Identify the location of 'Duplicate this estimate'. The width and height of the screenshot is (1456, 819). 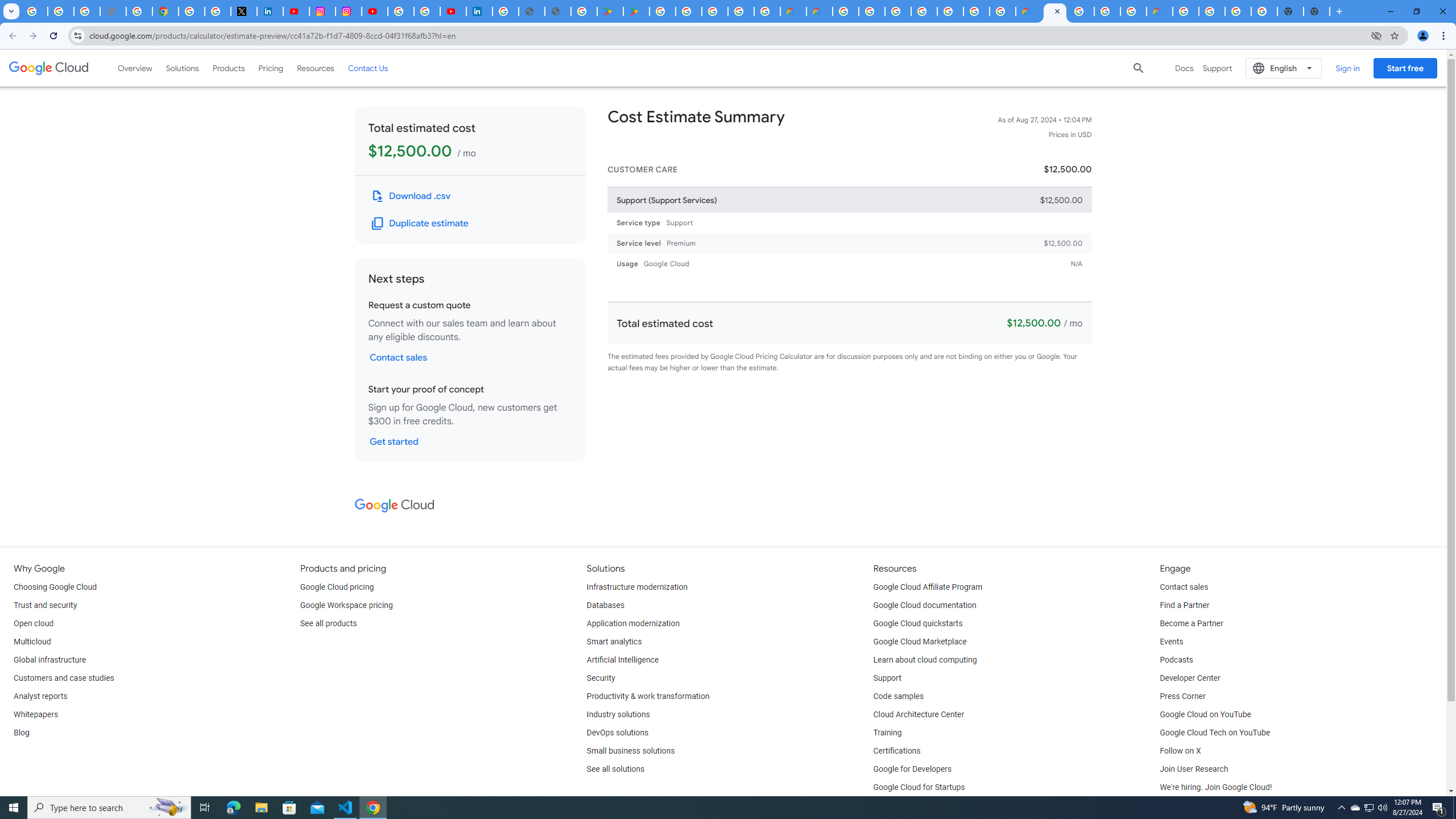
(420, 223).